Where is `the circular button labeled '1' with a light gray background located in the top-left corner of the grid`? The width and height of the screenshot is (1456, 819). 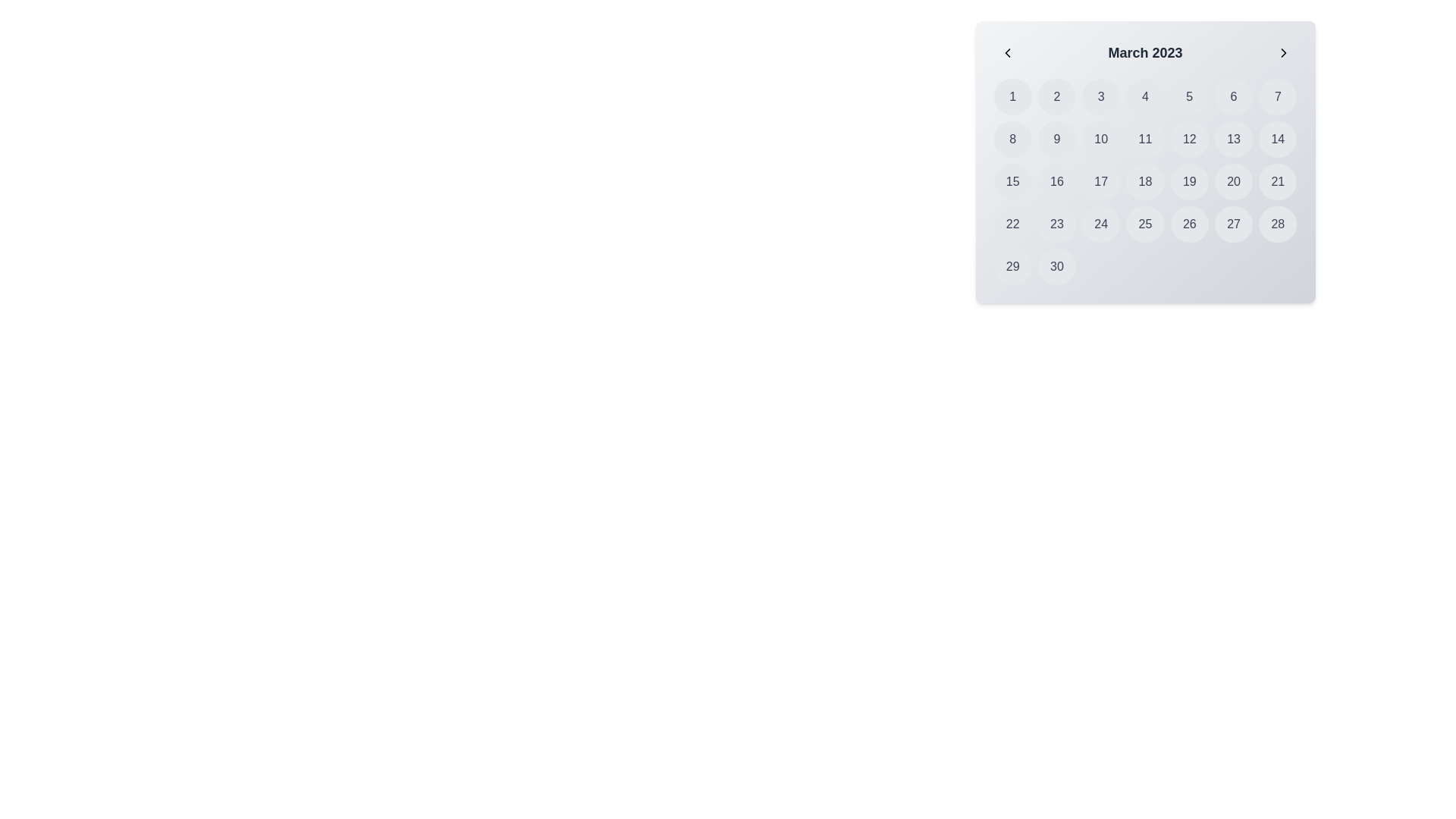 the circular button labeled '1' with a light gray background located in the top-left corner of the grid is located at coordinates (1012, 96).